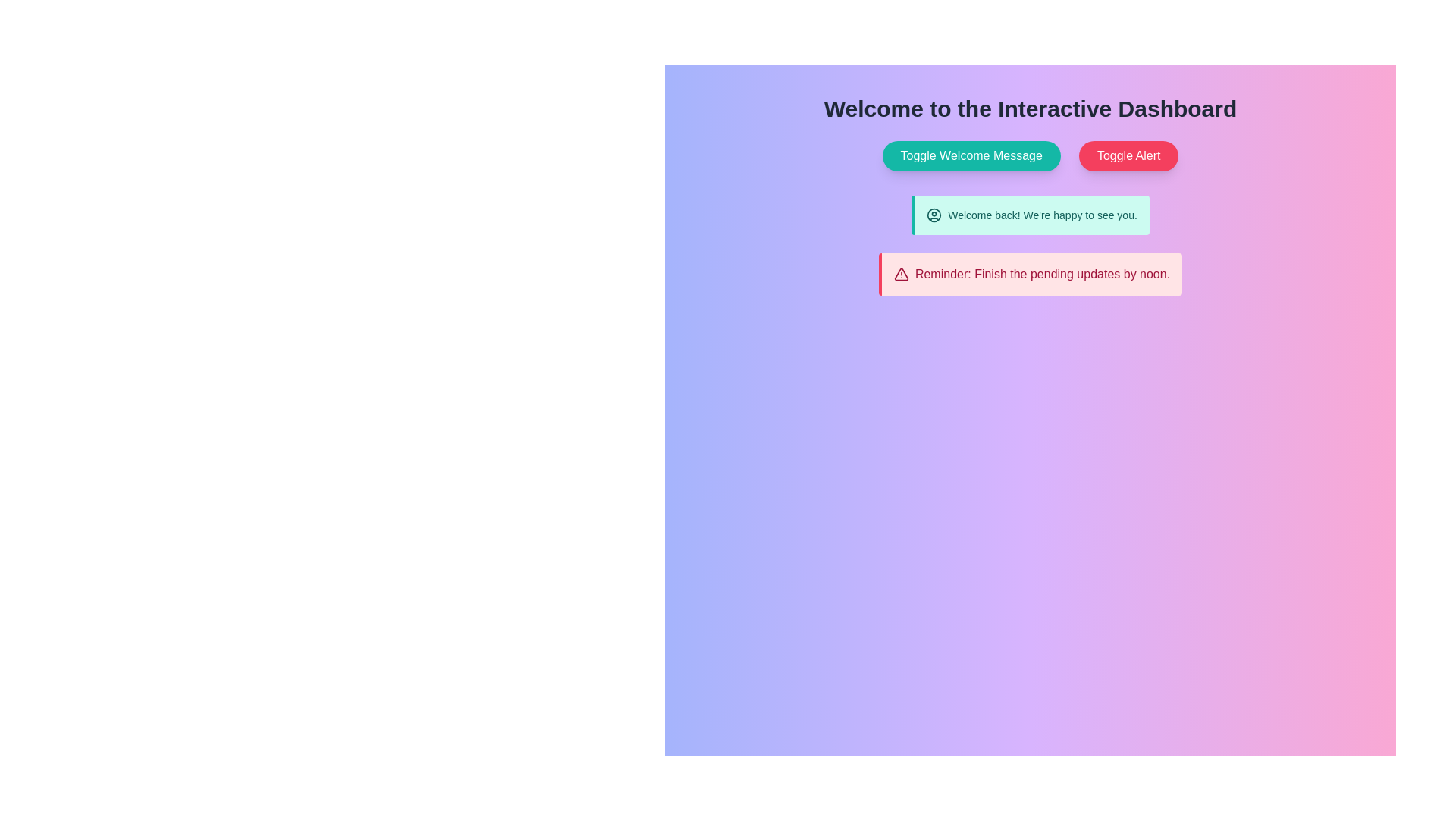  What do you see at coordinates (1031, 215) in the screenshot?
I see `the text element displaying the message 'Welcome back! We're happy to see you.' which is accompanied by a user profile icon on its left side` at bounding box center [1031, 215].